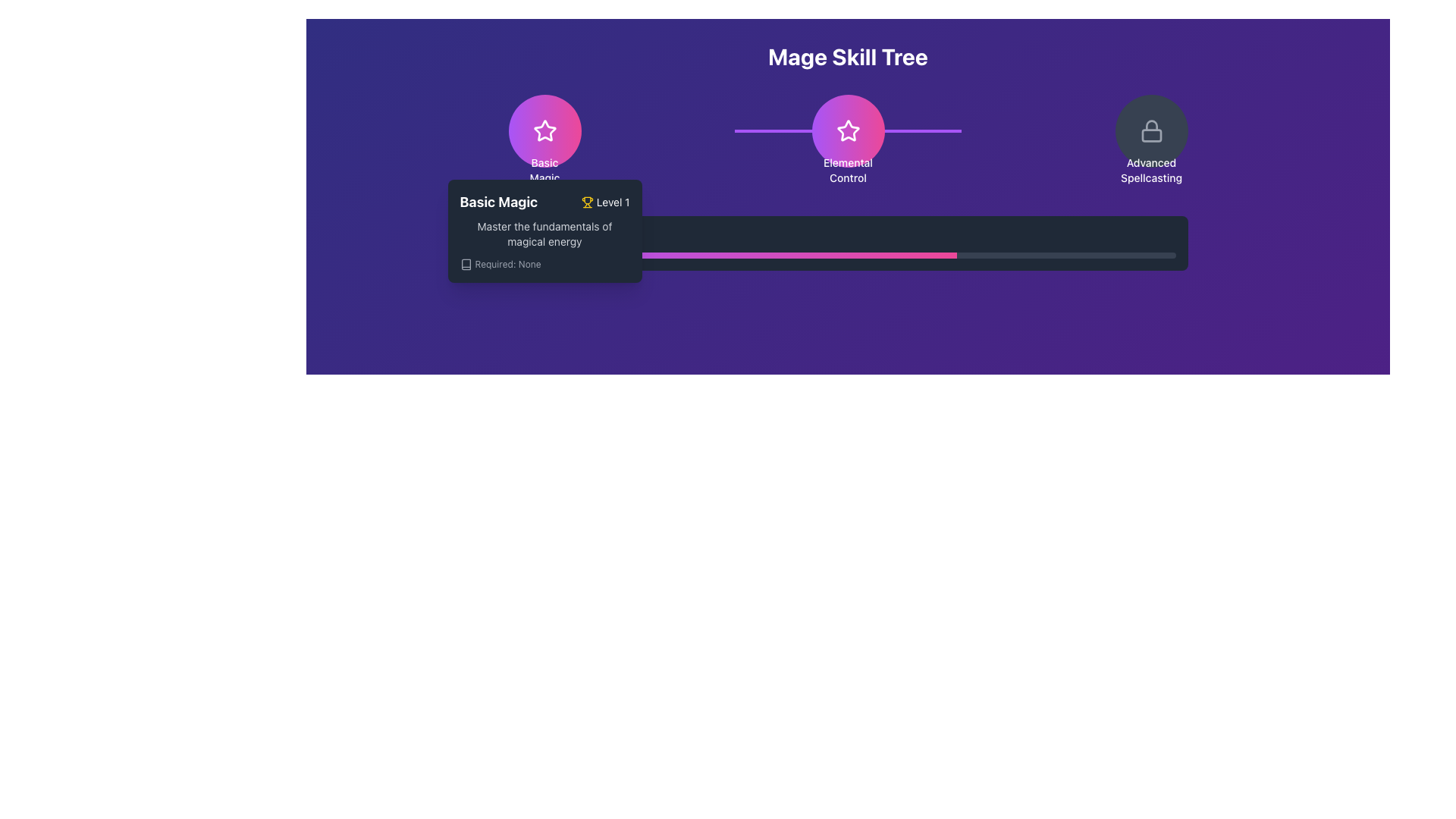 This screenshot has width=1456, height=819. Describe the element at coordinates (508, 263) in the screenshot. I see `the static informational label indicating the absence of requirements related to the item or action described in the 'Basic Magic' card, positioned at the bottom-left near the book icon` at that location.